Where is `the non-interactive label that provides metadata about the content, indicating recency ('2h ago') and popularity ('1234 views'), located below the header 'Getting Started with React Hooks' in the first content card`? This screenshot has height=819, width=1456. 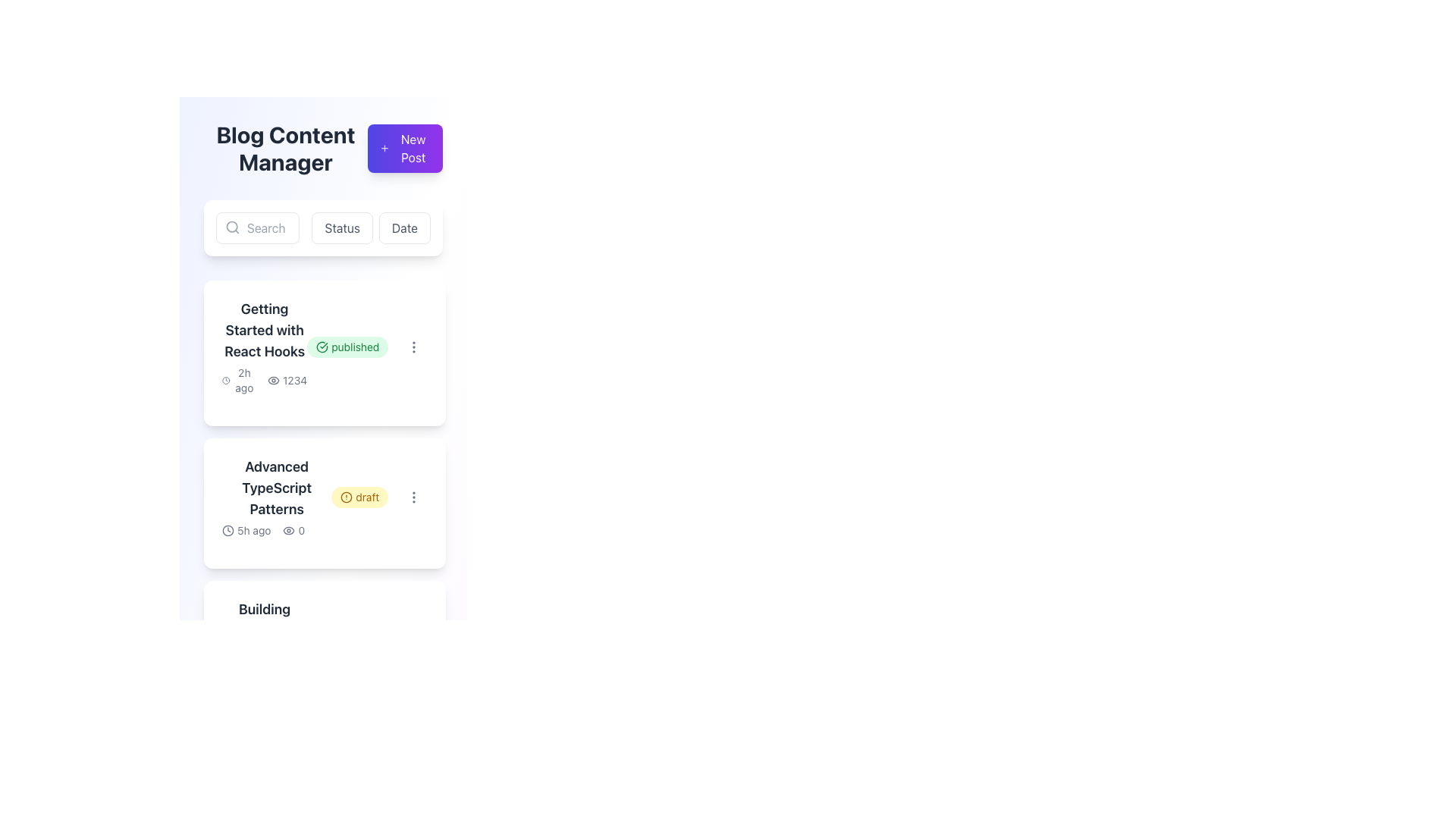 the non-interactive label that provides metadata about the content, indicating recency ('2h ago') and popularity ('1234 views'), located below the header 'Getting Started with React Hooks' in the first content card is located at coordinates (265, 379).